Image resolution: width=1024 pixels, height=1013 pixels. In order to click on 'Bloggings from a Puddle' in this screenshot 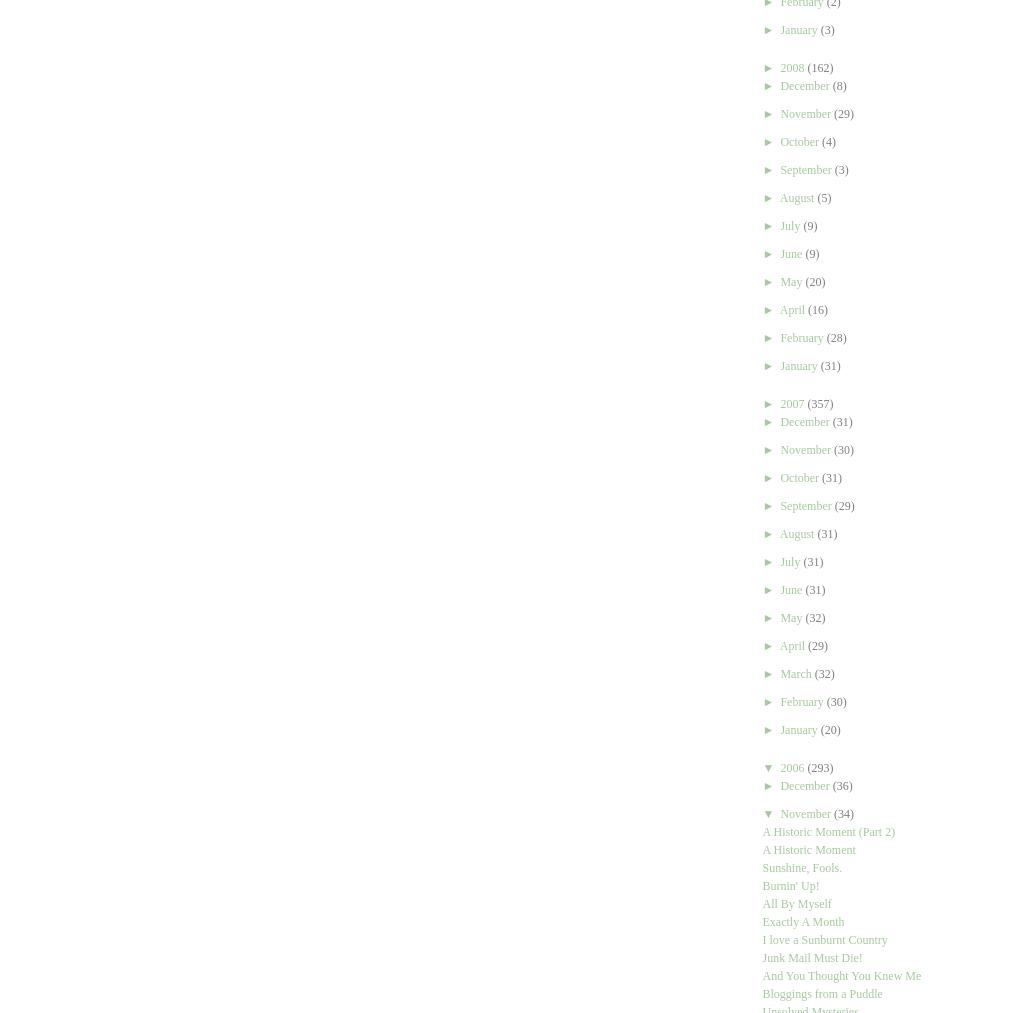, I will do `click(760, 993)`.